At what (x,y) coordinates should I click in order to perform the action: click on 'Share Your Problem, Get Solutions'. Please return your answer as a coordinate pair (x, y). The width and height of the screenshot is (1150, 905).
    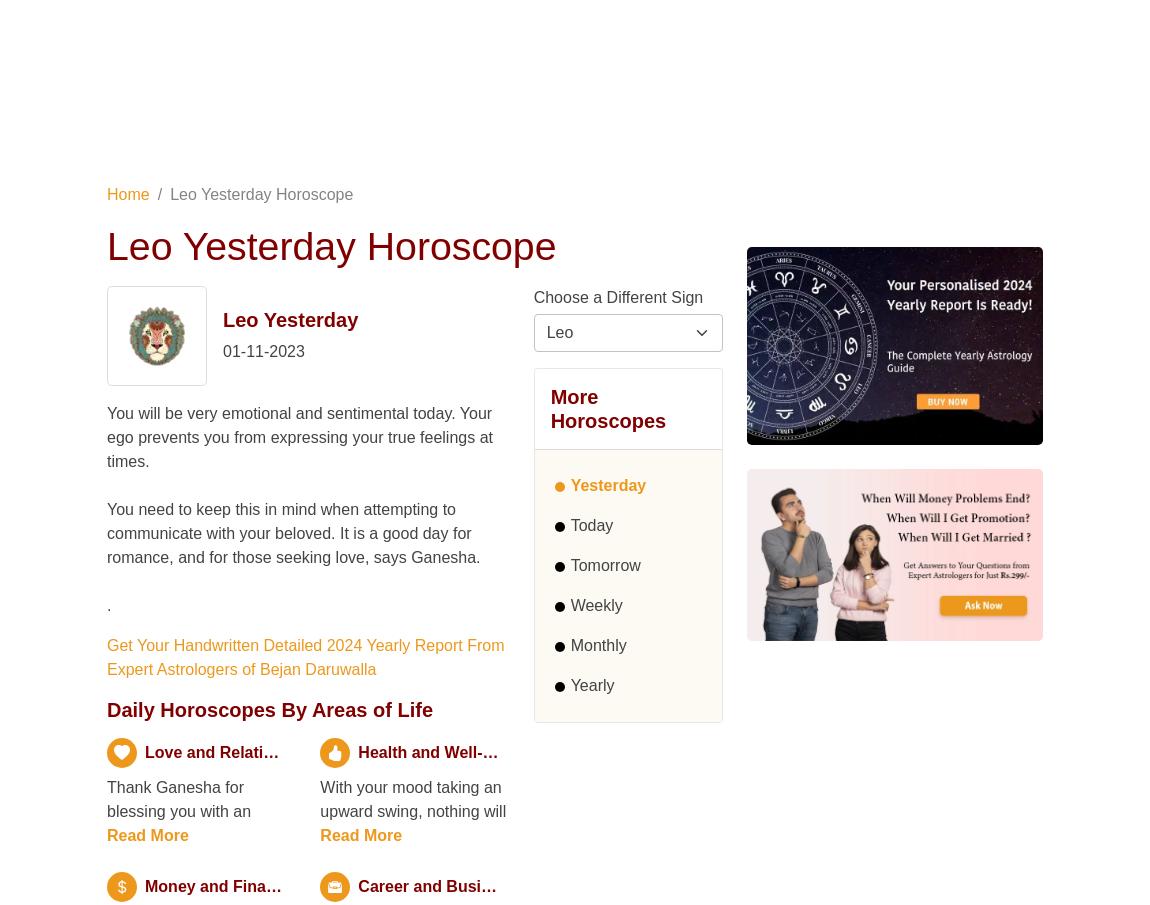
    Looking at the image, I should click on (892, 371).